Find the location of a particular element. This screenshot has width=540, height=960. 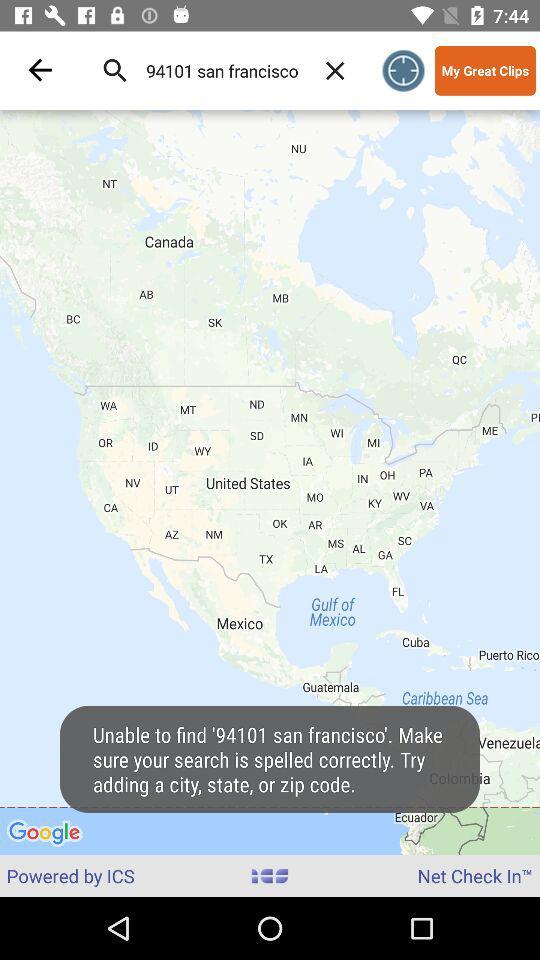

item above the powered by ics item is located at coordinates (270, 481).